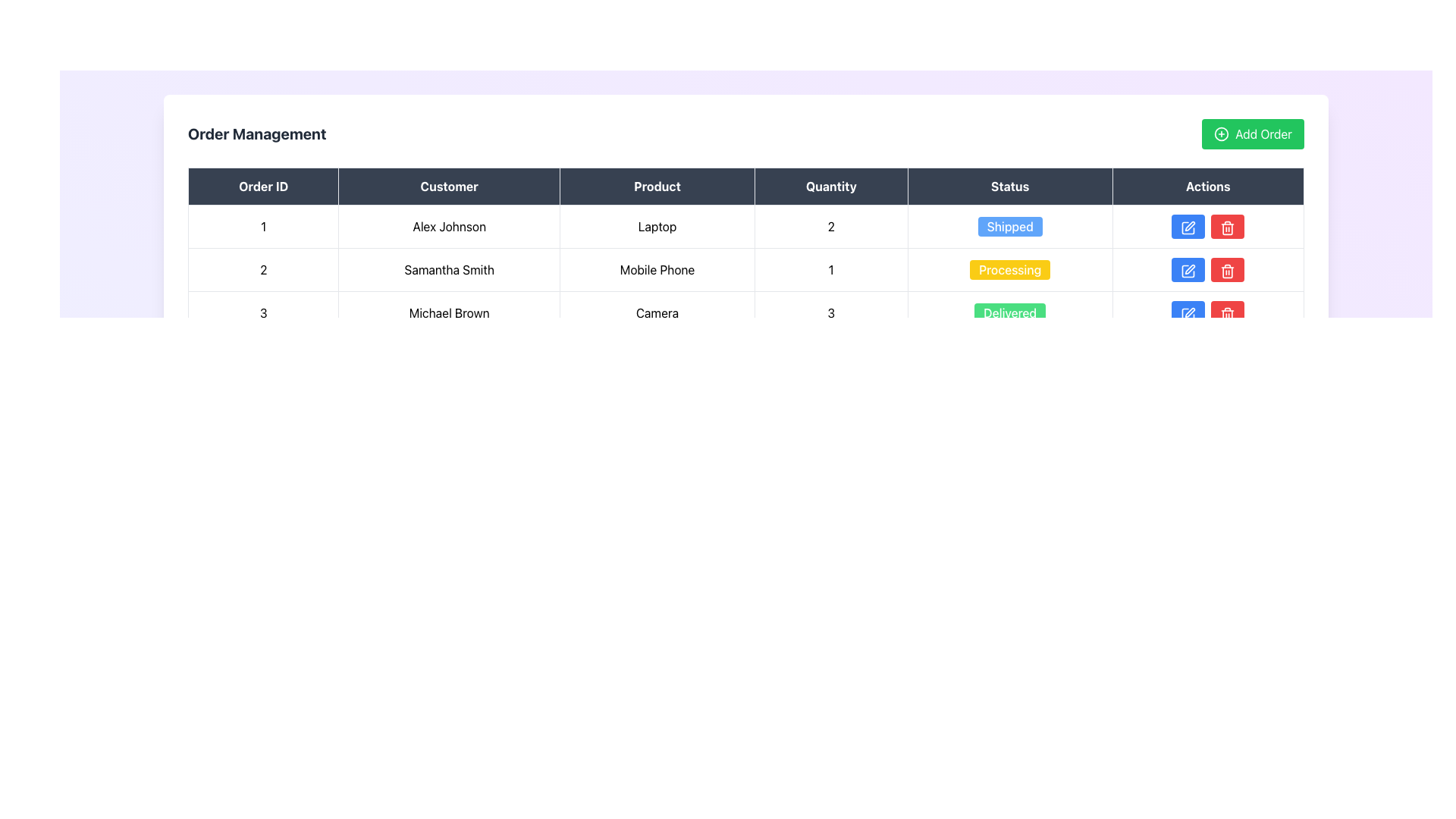 Image resolution: width=1456 pixels, height=819 pixels. What do you see at coordinates (263, 268) in the screenshot?
I see `the table cell containing the text '2'` at bounding box center [263, 268].